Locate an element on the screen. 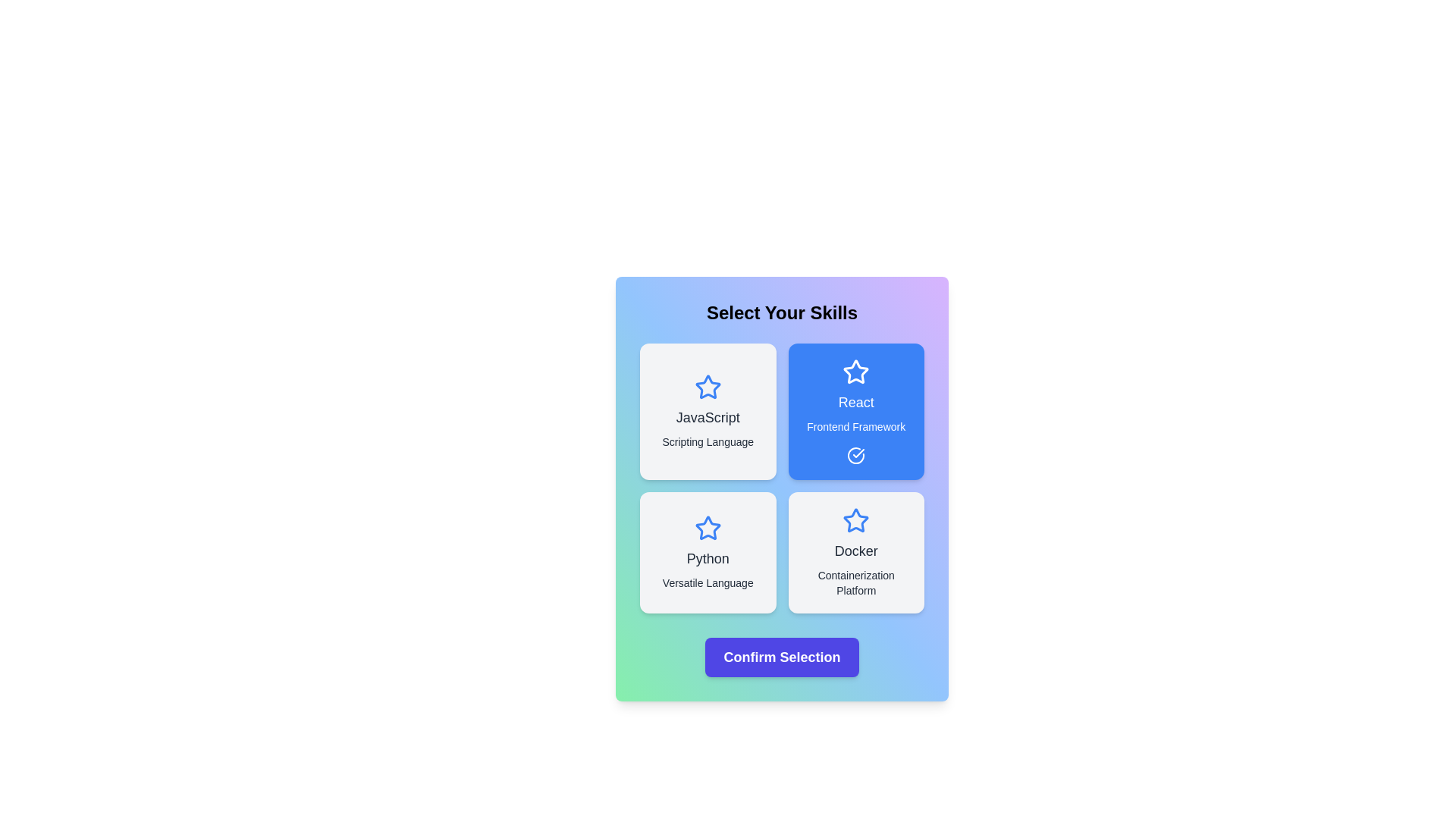 The height and width of the screenshot is (819, 1456). the skill card labeled React is located at coordinates (856, 412).